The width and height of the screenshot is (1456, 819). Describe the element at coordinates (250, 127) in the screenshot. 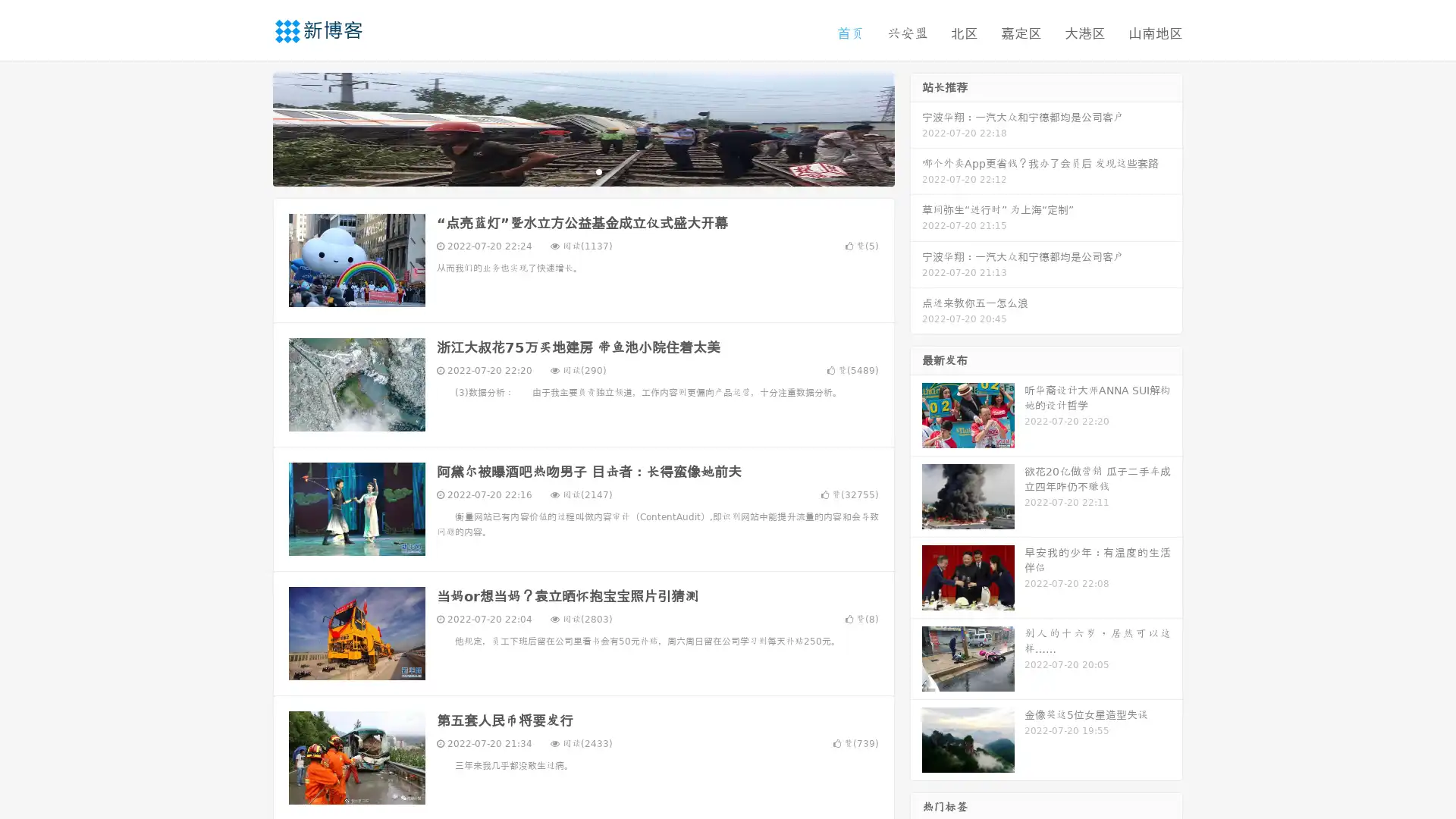

I see `Previous slide` at that location.